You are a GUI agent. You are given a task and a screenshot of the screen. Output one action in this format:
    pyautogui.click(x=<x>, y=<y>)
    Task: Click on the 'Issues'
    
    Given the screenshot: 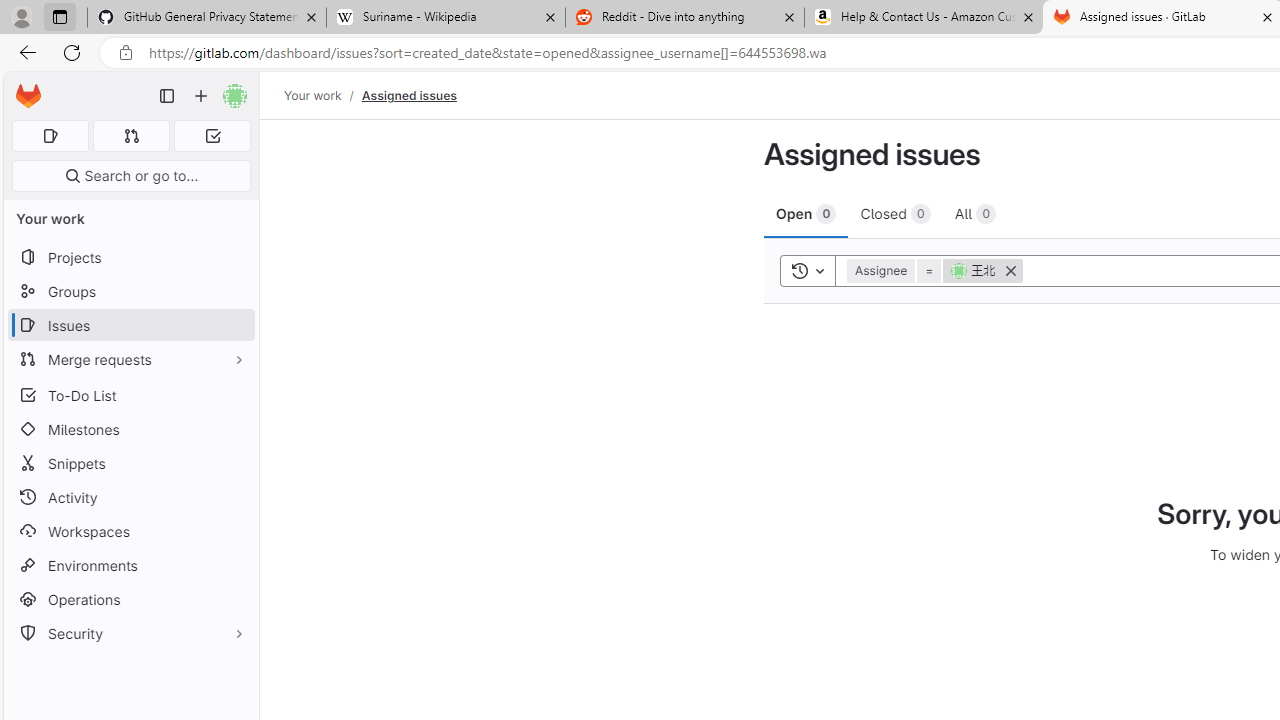 What is the action you would take?
    pyautogui.click(x=130, y=324)
    